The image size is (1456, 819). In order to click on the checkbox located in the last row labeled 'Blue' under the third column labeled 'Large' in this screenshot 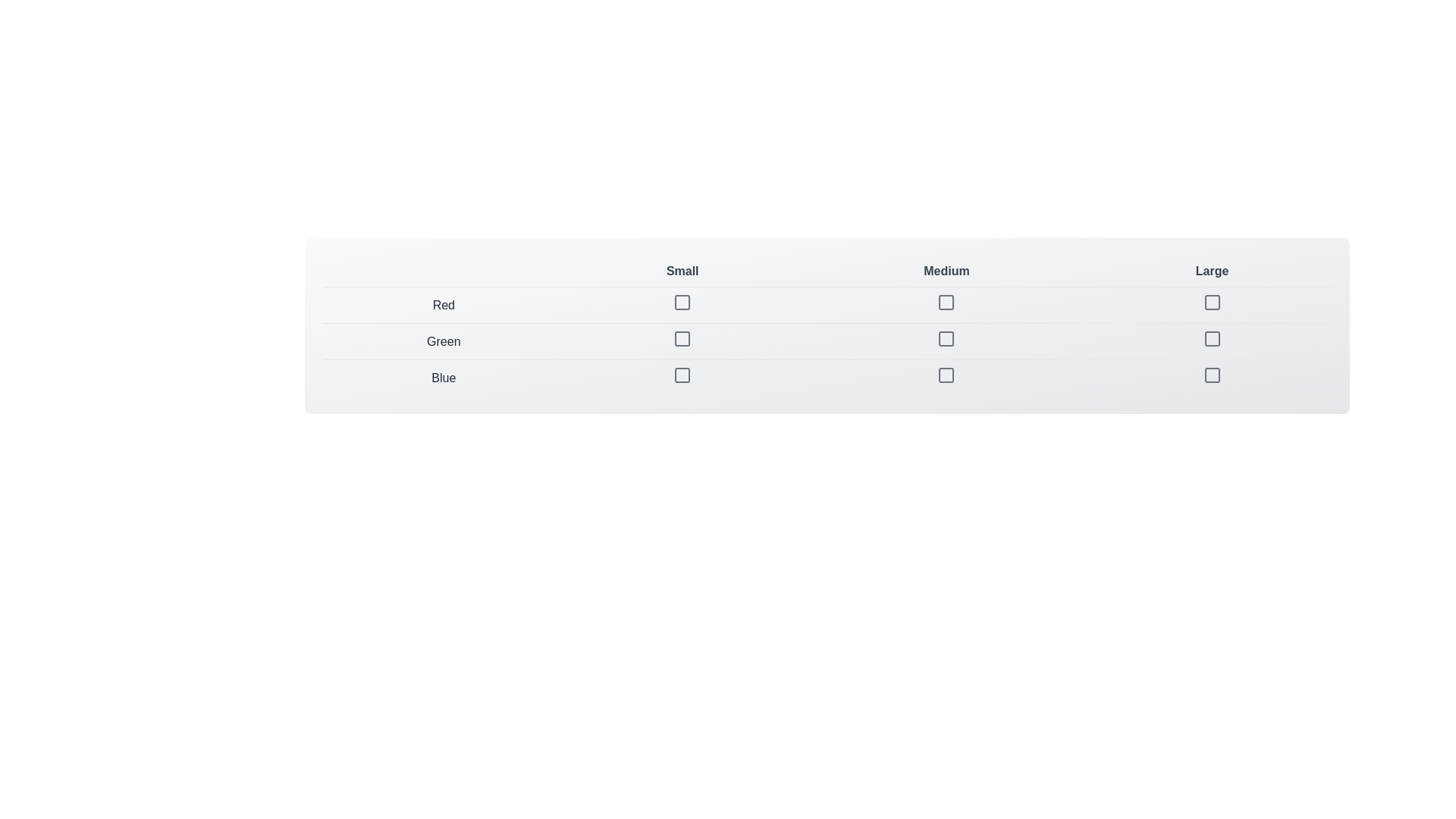, I will do `click(1211, 375)`.